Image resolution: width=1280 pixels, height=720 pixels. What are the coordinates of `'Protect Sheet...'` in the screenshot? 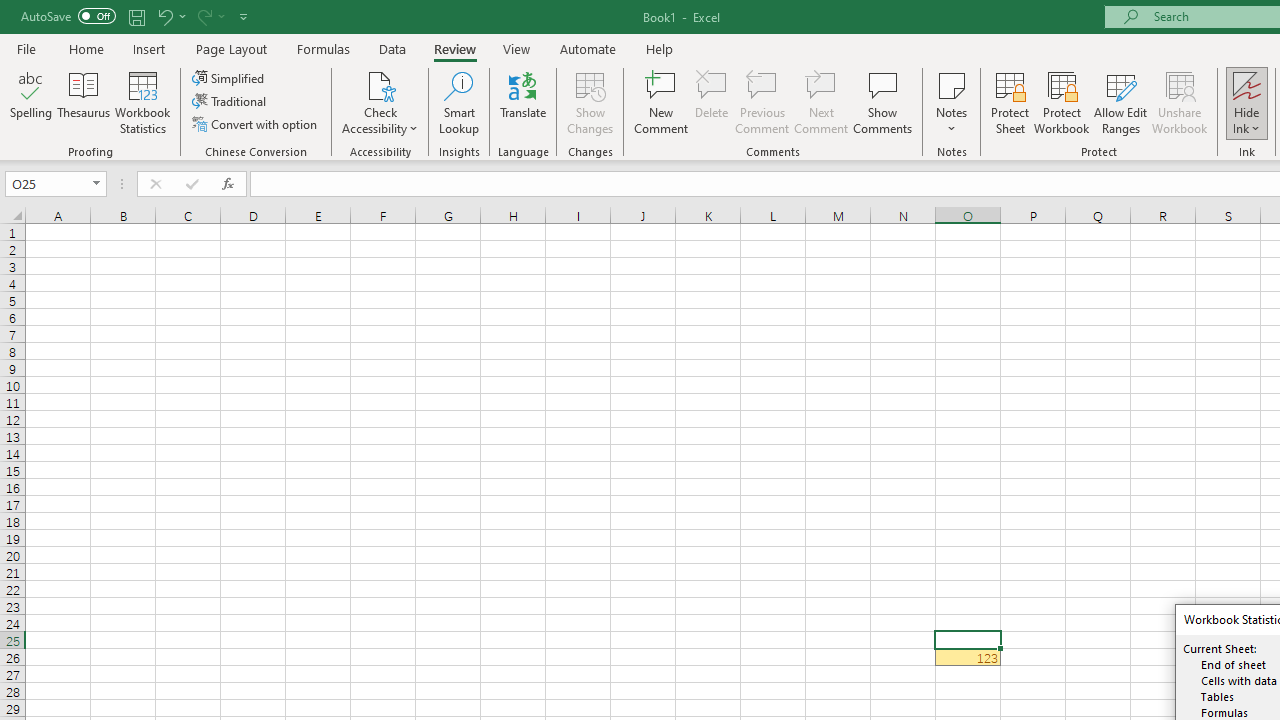 It's located at (1010, 103).